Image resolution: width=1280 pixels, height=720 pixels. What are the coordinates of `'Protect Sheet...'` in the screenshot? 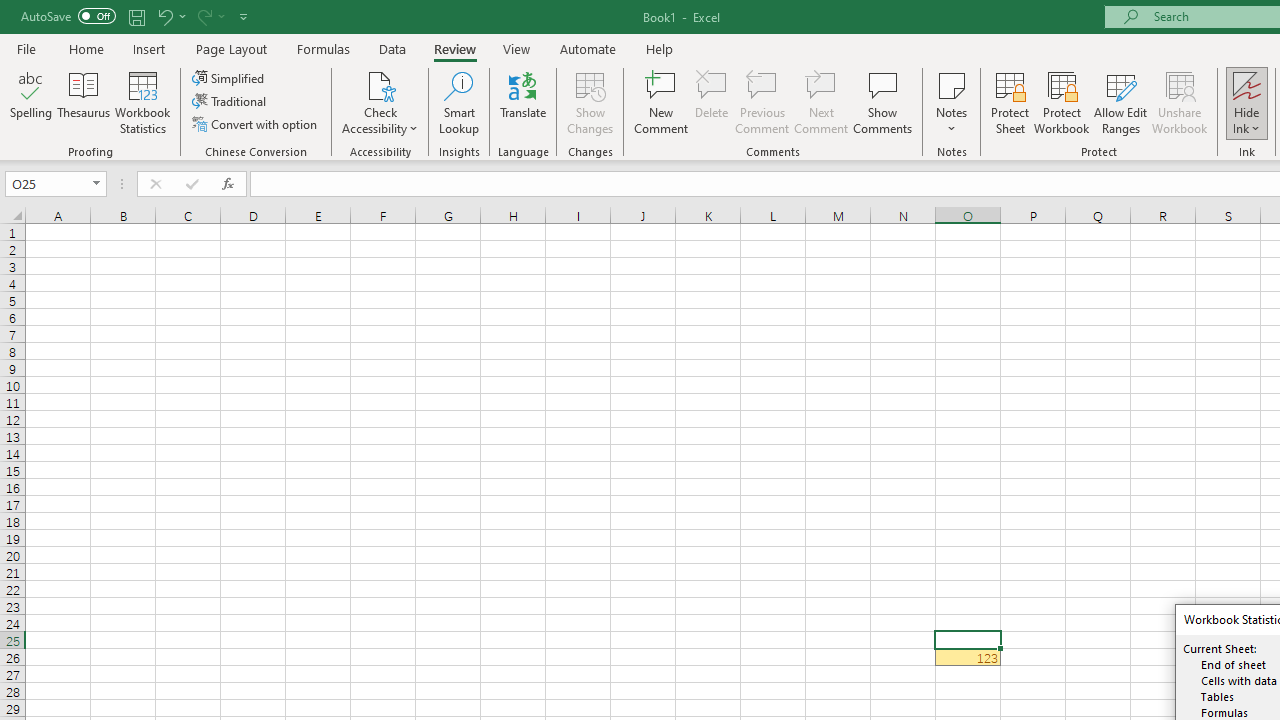 It's located at (1010, 103).